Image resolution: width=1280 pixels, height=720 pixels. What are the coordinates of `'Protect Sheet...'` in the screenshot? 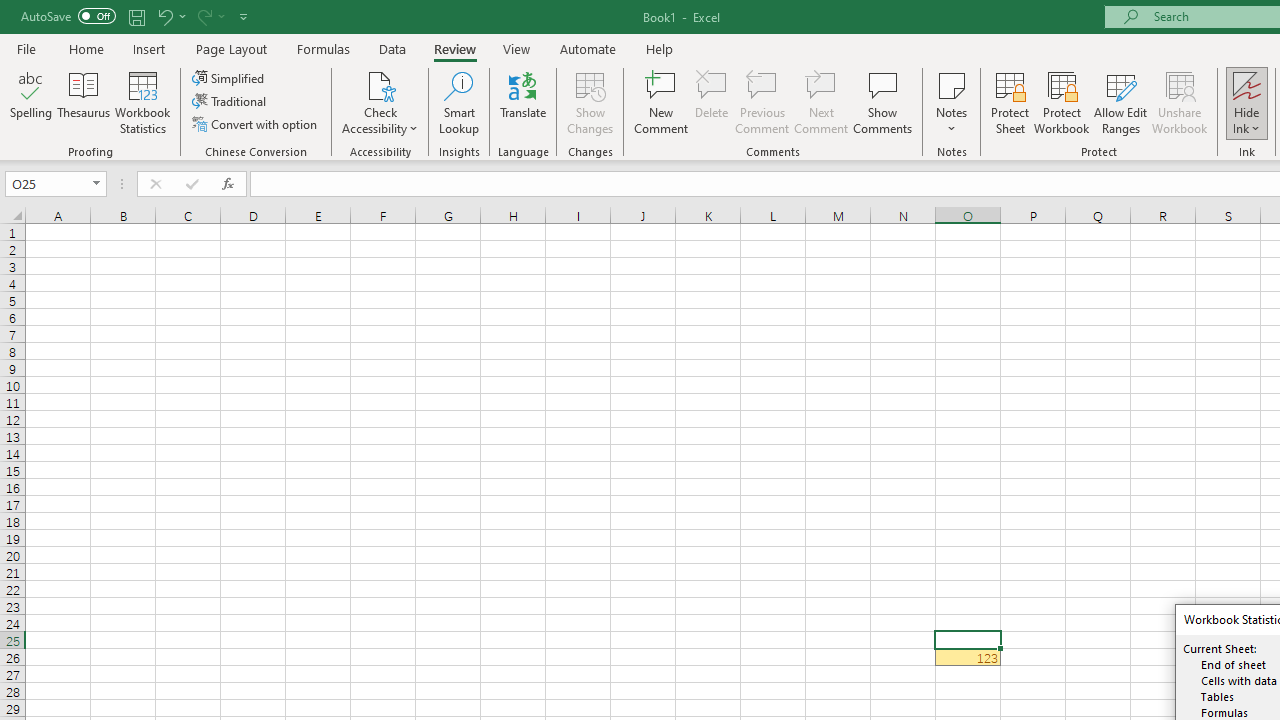 It's located at (1010, 103).